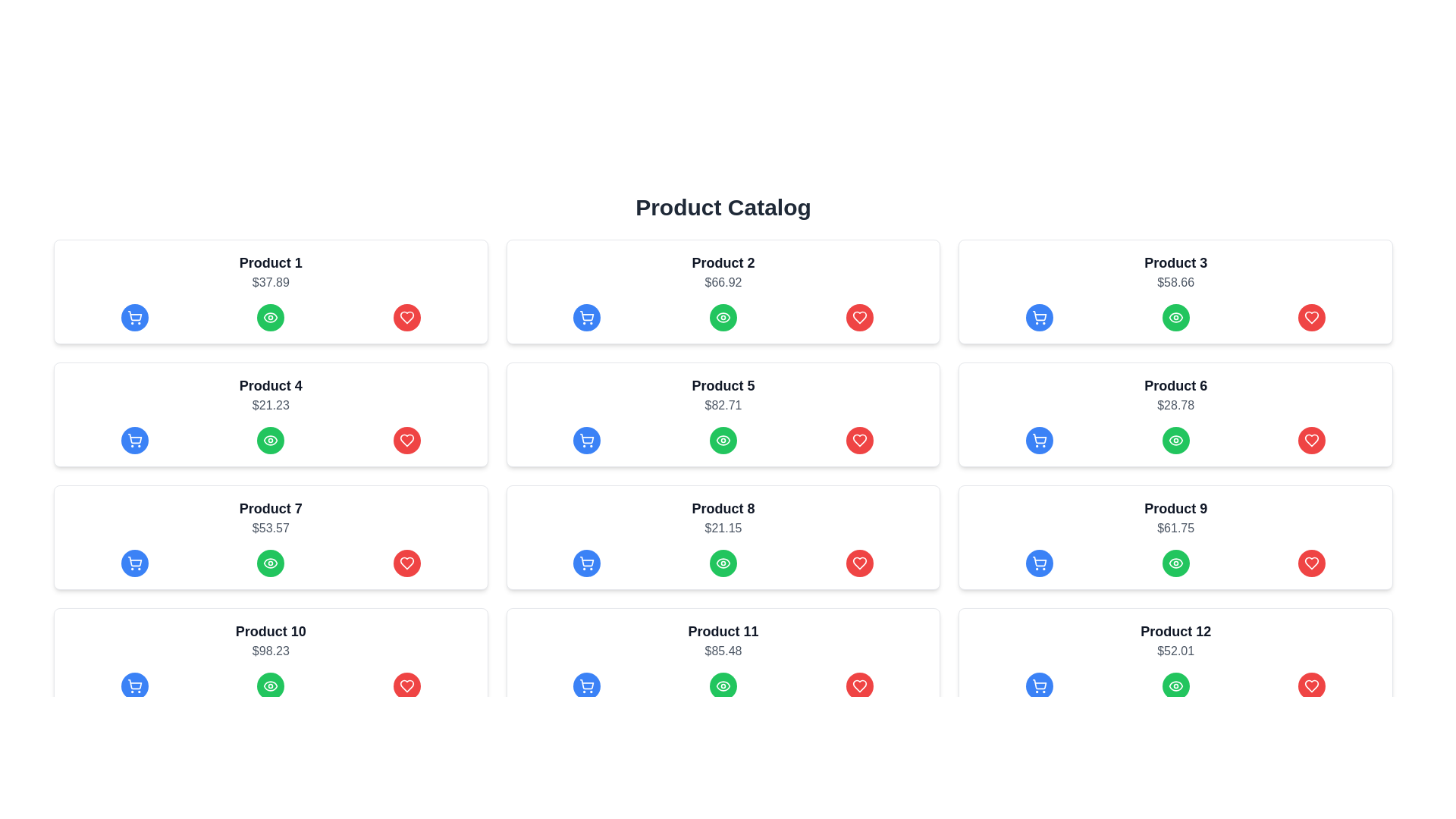 The image size is (1456, 819). Describe the element at coordinates (586, 563) in the screenshot. I see `the 'Add to Cart' button for Product 8` at that location.